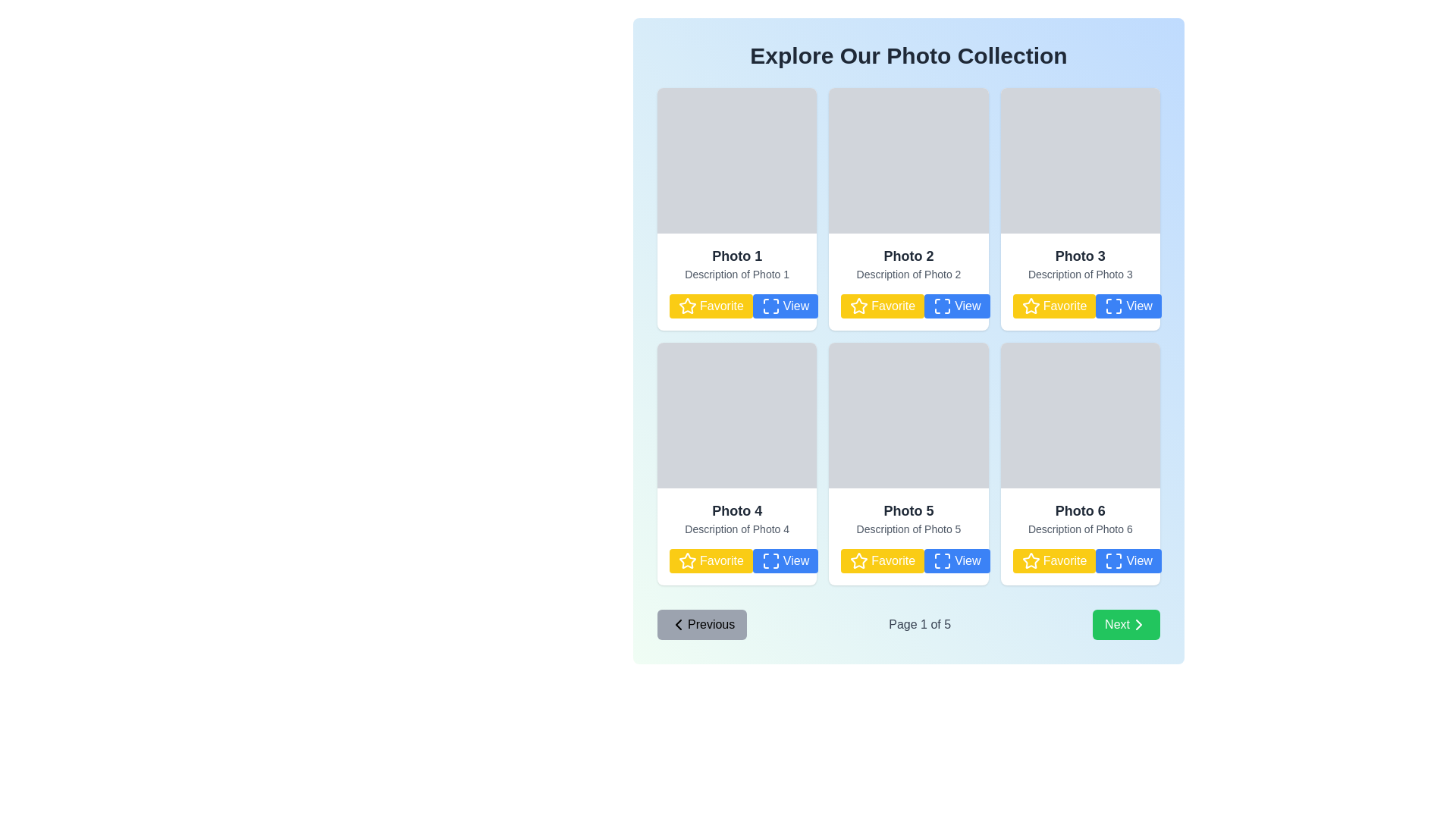 The width and height of the screenshot is (1456, 819). What do you see at coordinates (1114, 306) in the screenshot?
I see `the minimalist square icon located within the blue 'View' button beneath the 'Photo 3' card` at bounding box center [1114, 306].